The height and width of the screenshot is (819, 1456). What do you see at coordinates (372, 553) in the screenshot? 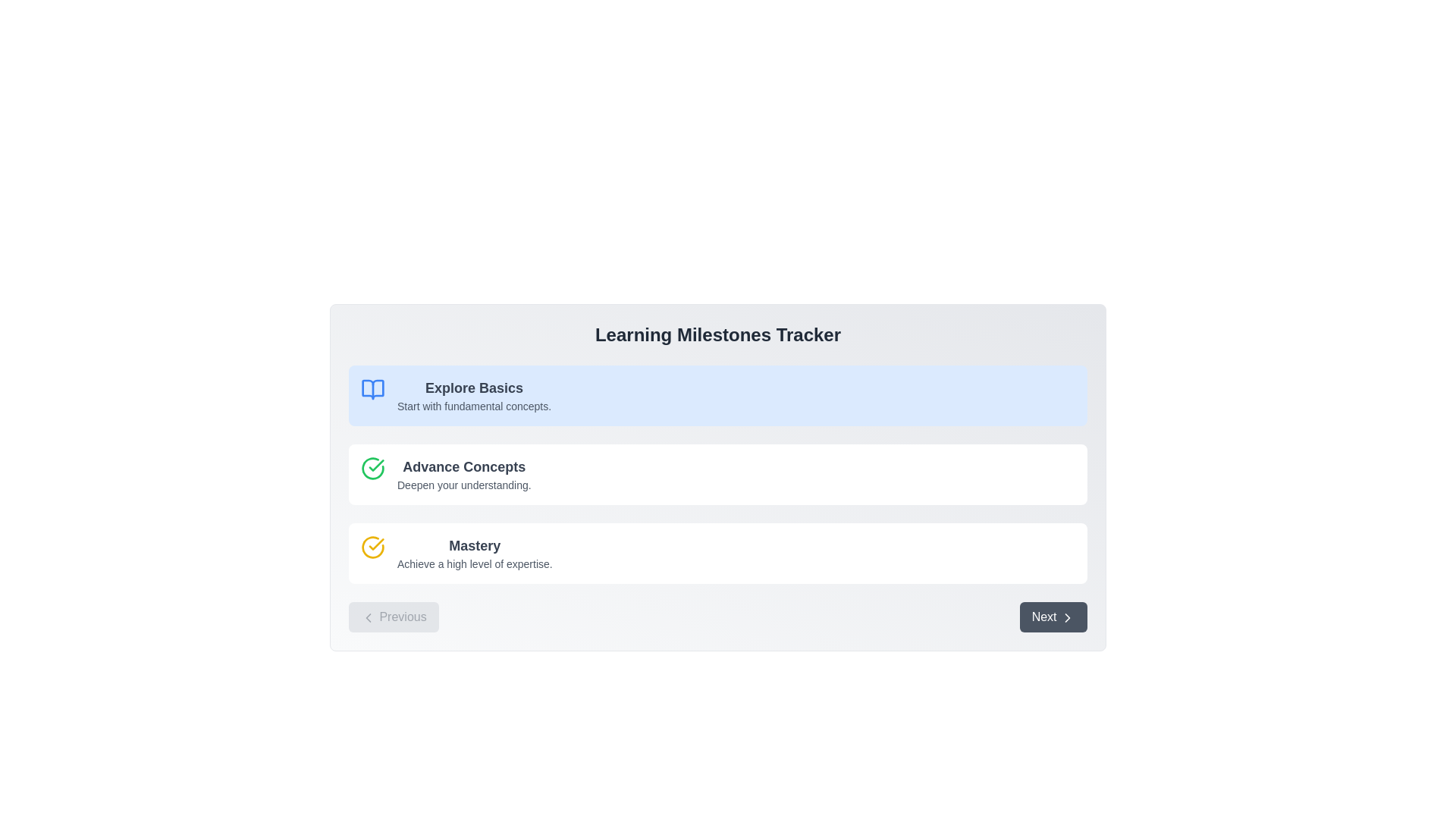
I see `the circular icon with a yellow outline and a checkmark inside, located to the left within the 'Mastery' section before the text 'Mastery' and 'Achieve a high level of expertise.'` at bounding box center [372, 553].